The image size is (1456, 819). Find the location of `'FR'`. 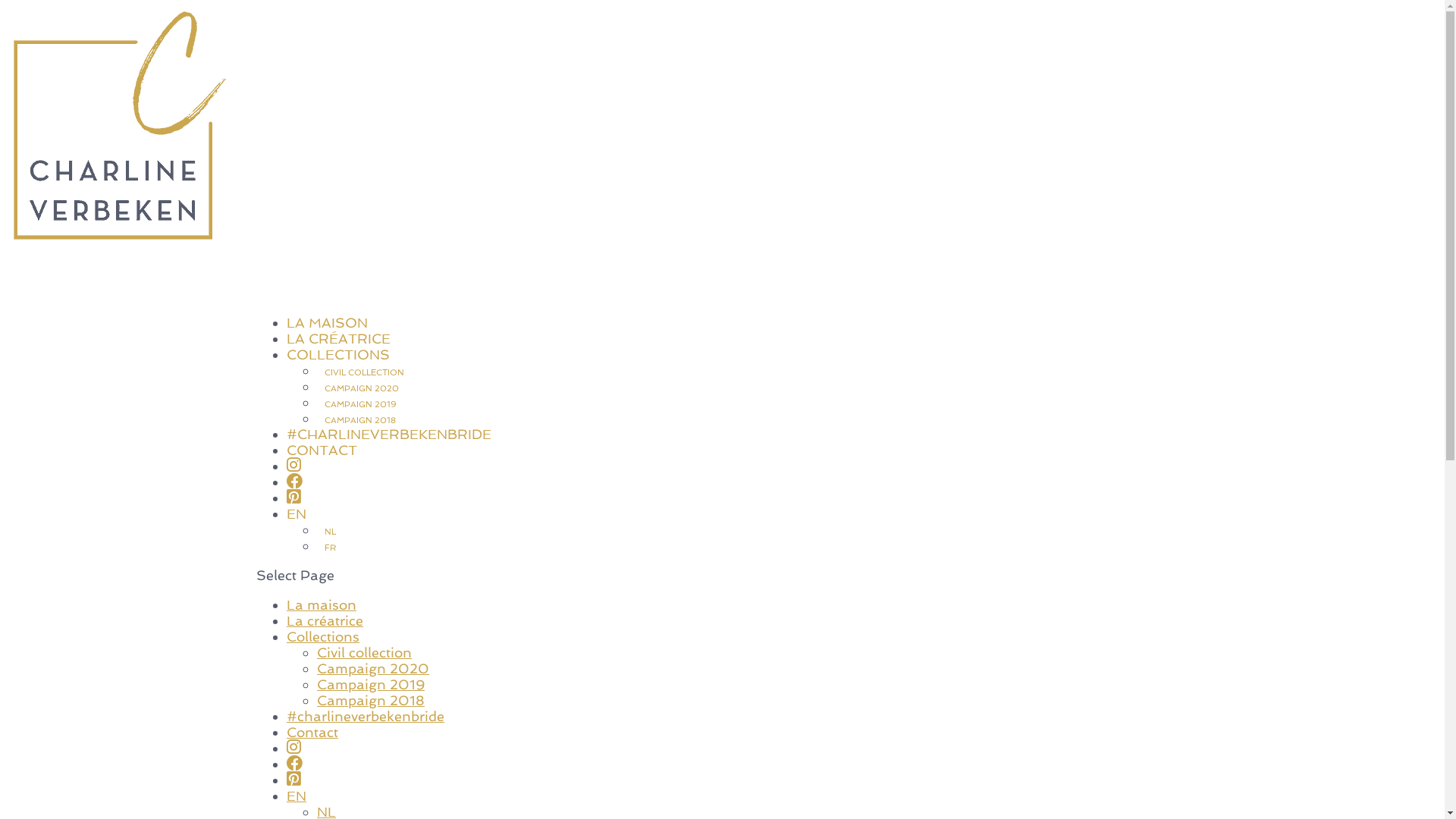

'FR' is located at coordinates (329, 548).